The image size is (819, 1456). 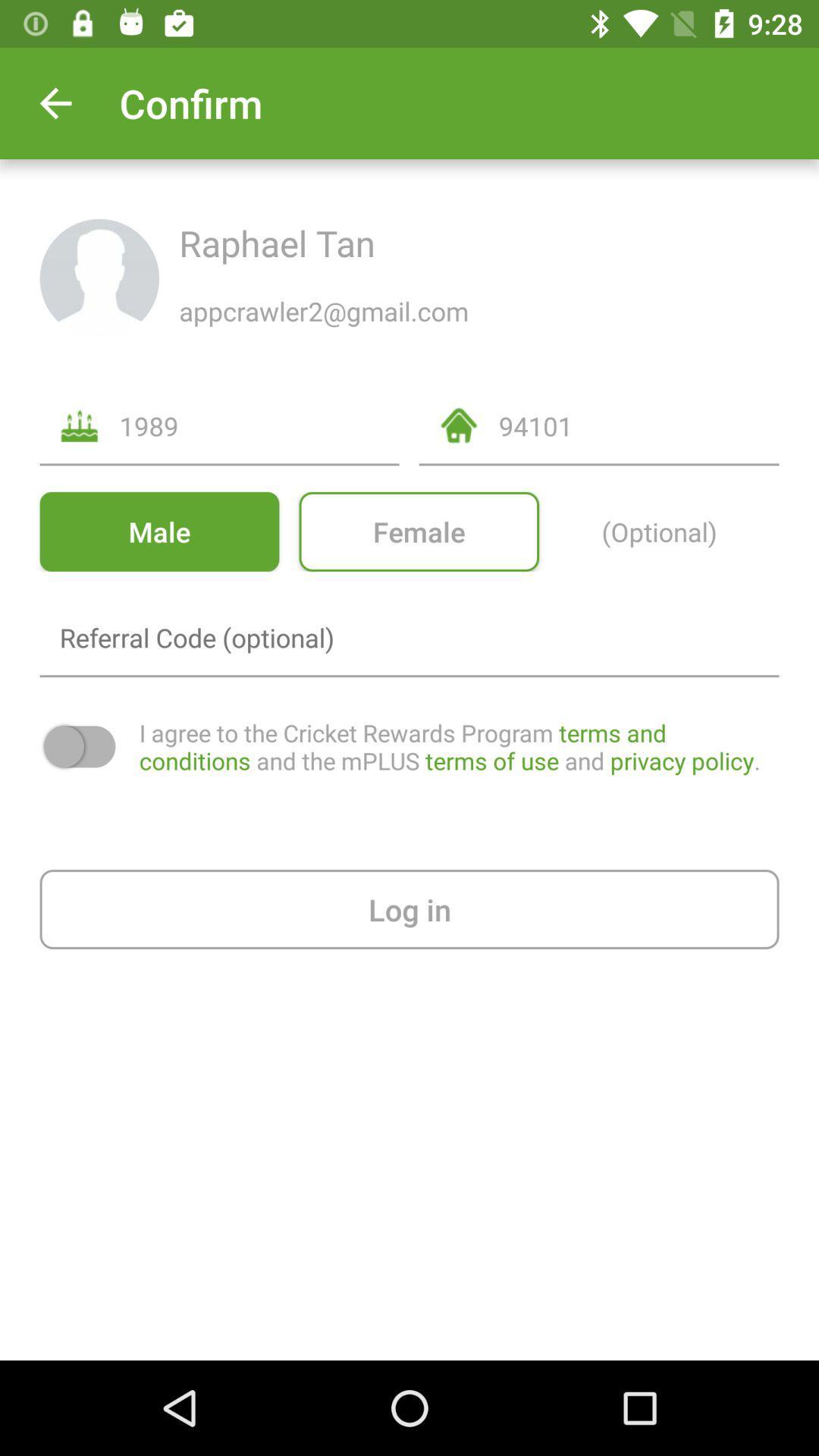 What do you see at coordinates (259, 425) in the screenshot?
I see `item above male icon` at bounding box center [259, 425].